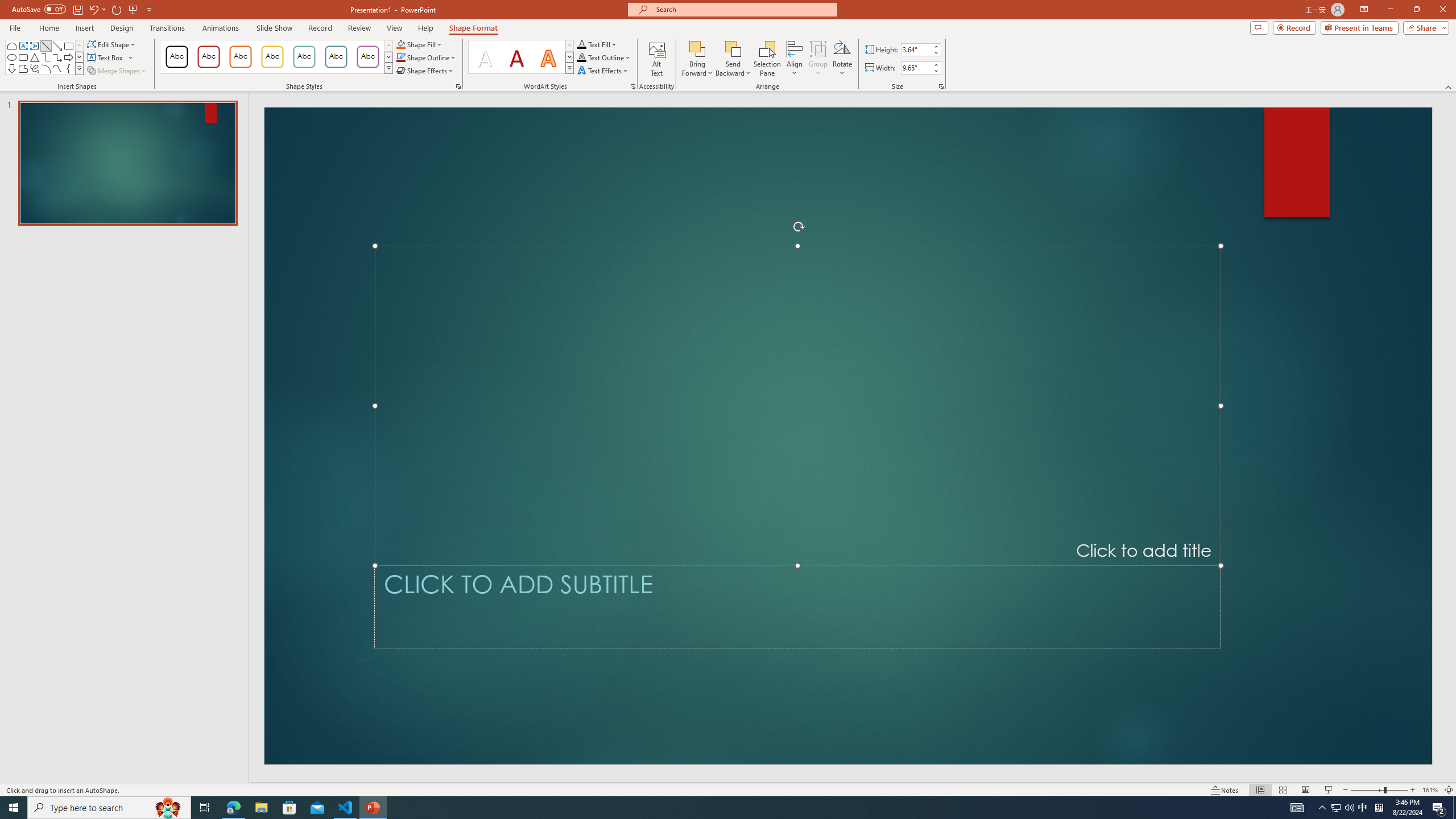  Describe the element at coordinates (68, 56) in the screenshot. I see `'Arrow: Right'` at that location.